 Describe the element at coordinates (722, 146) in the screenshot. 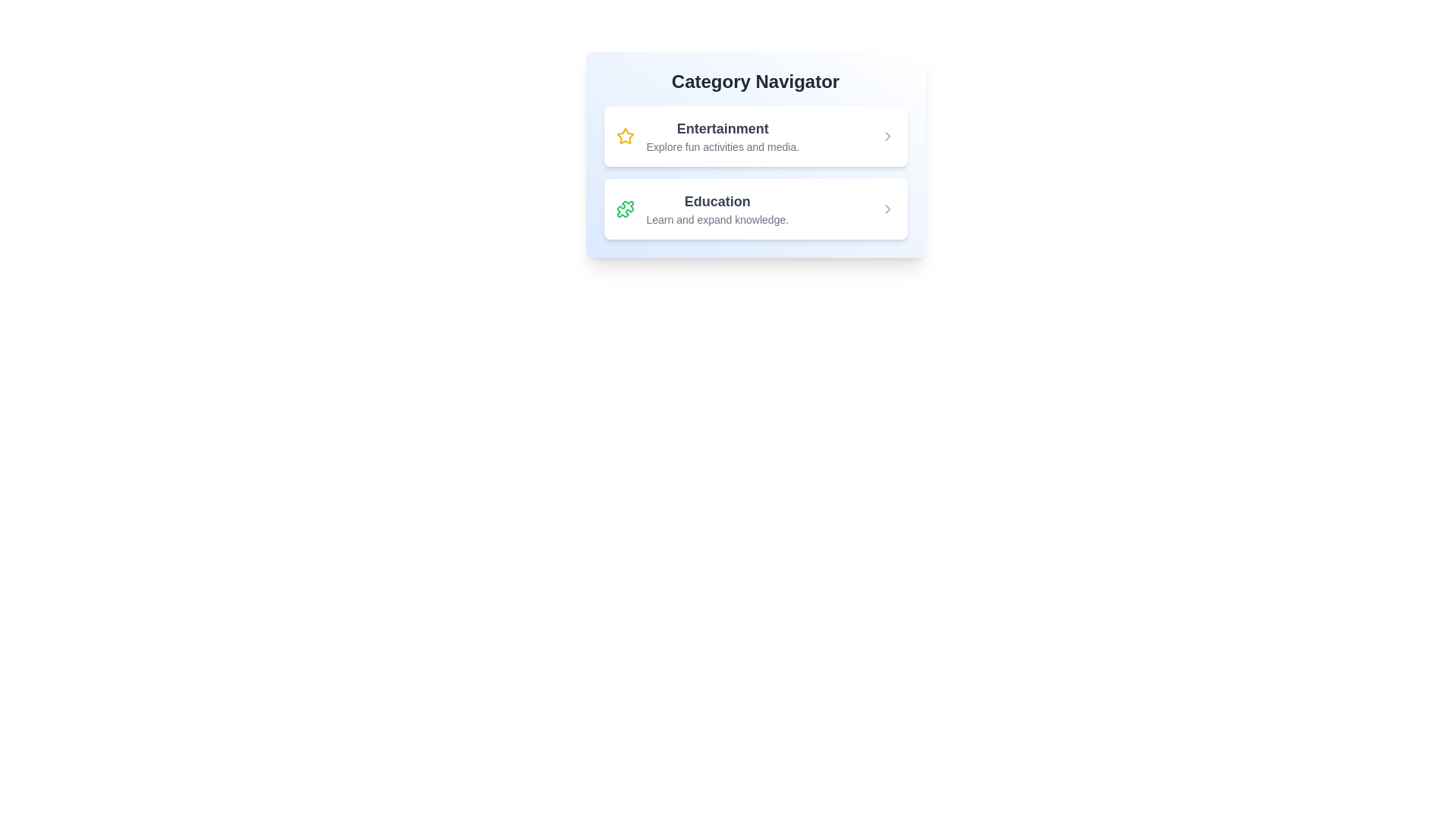

I see `the text label reading 'Explore fun activities and media.' which is styled in gray and located directly below the 'Entertainment' text within the card-like component` at that location.